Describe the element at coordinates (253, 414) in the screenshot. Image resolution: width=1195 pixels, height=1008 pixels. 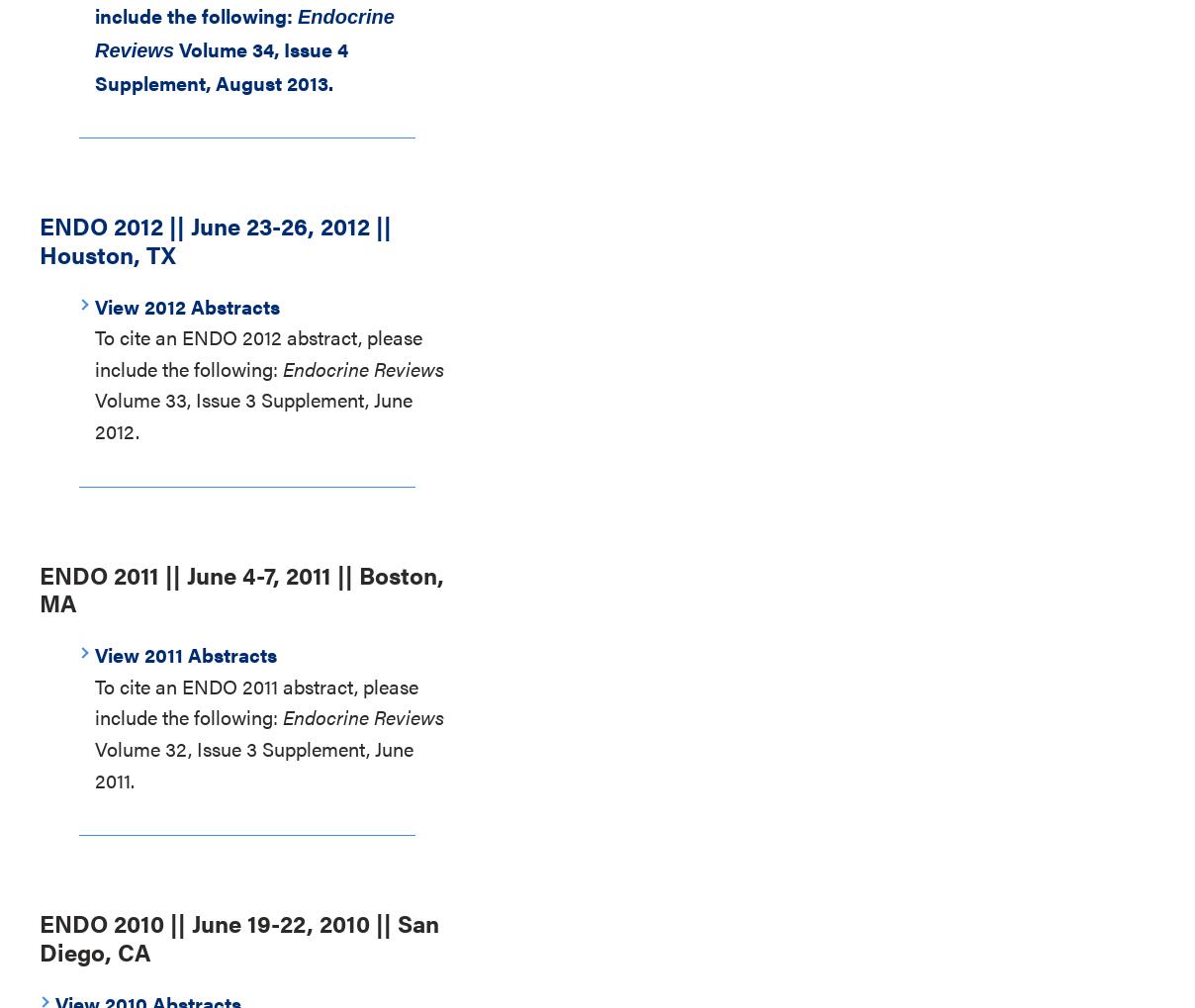
I see `'Volume 33, Issue 3 Supplement, June 2012.'` at that location.